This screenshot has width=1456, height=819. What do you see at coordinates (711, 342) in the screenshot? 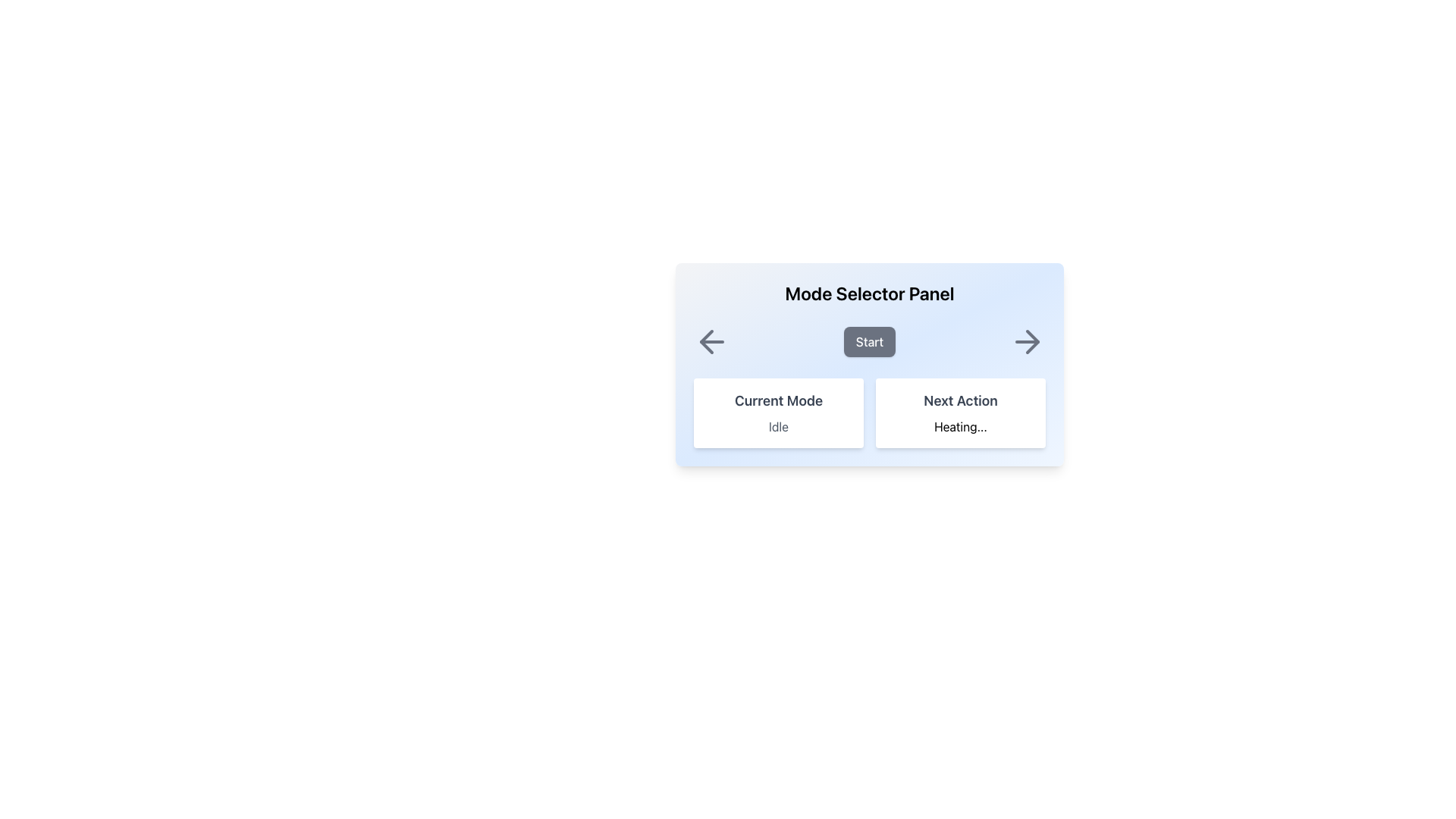
I see `the left-pointing gray arrow icon located near the upper-left corner of the mode selector panel` at bounding box center [711, 342].